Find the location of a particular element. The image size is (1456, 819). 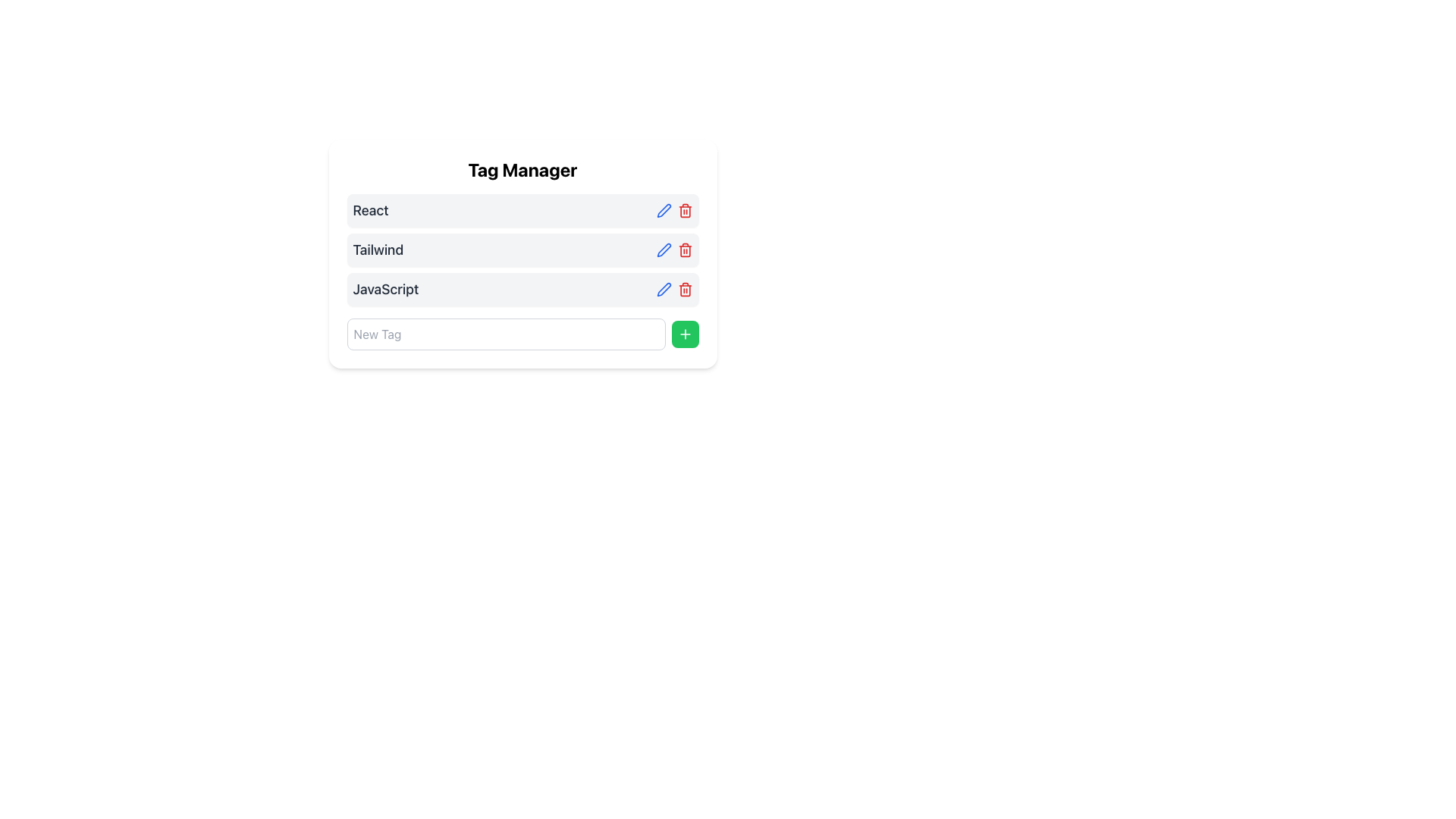

the red trash bin icon in the group of interactive icons located at the top-right corner of the 'Tailwind' item row is located at coordinates (673, 249).